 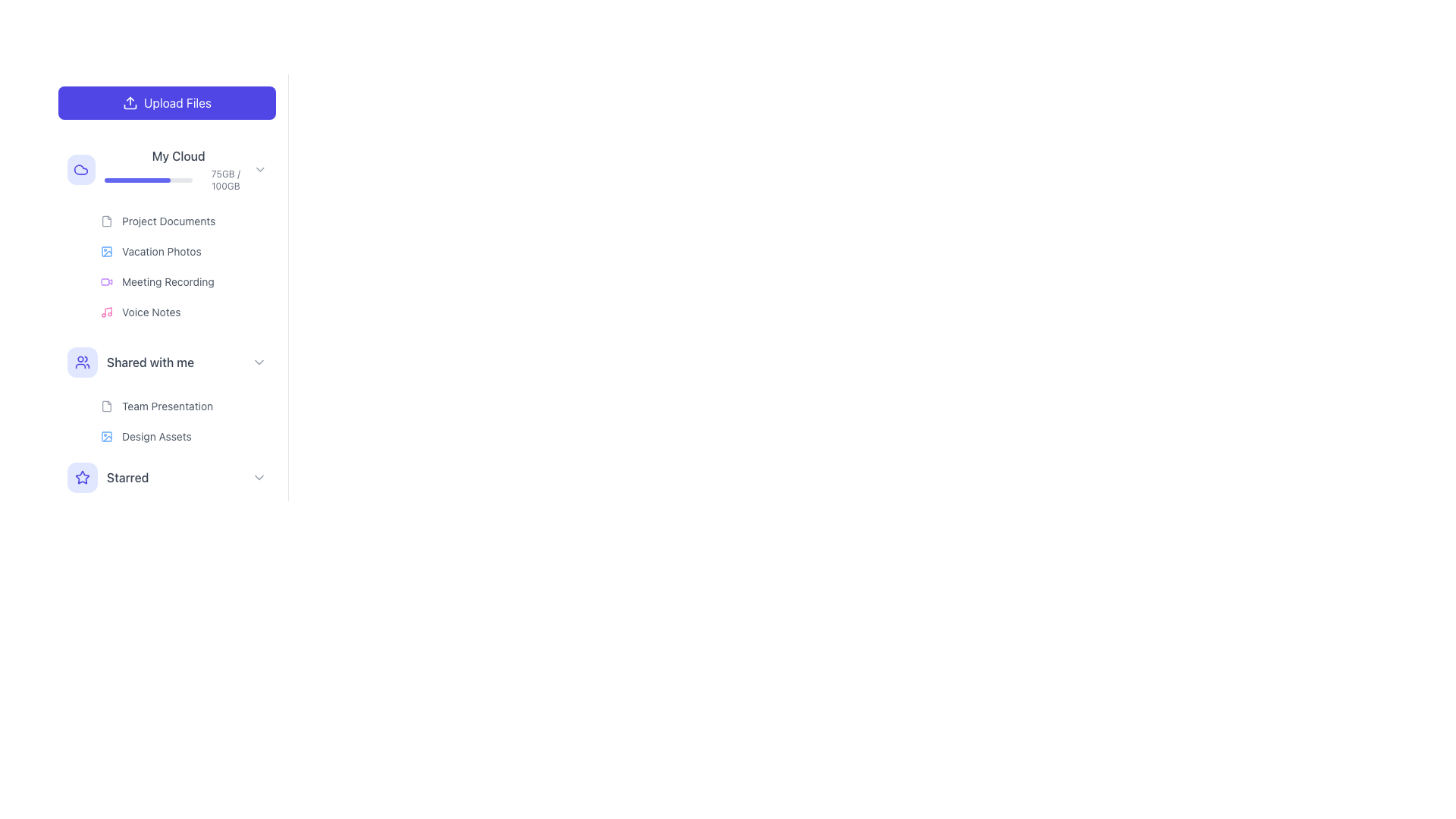 I want to click on the 'Vacation Photos' text label in the vertical navigation menu under the 'My Cloud' section, so click(x=162, y=250).